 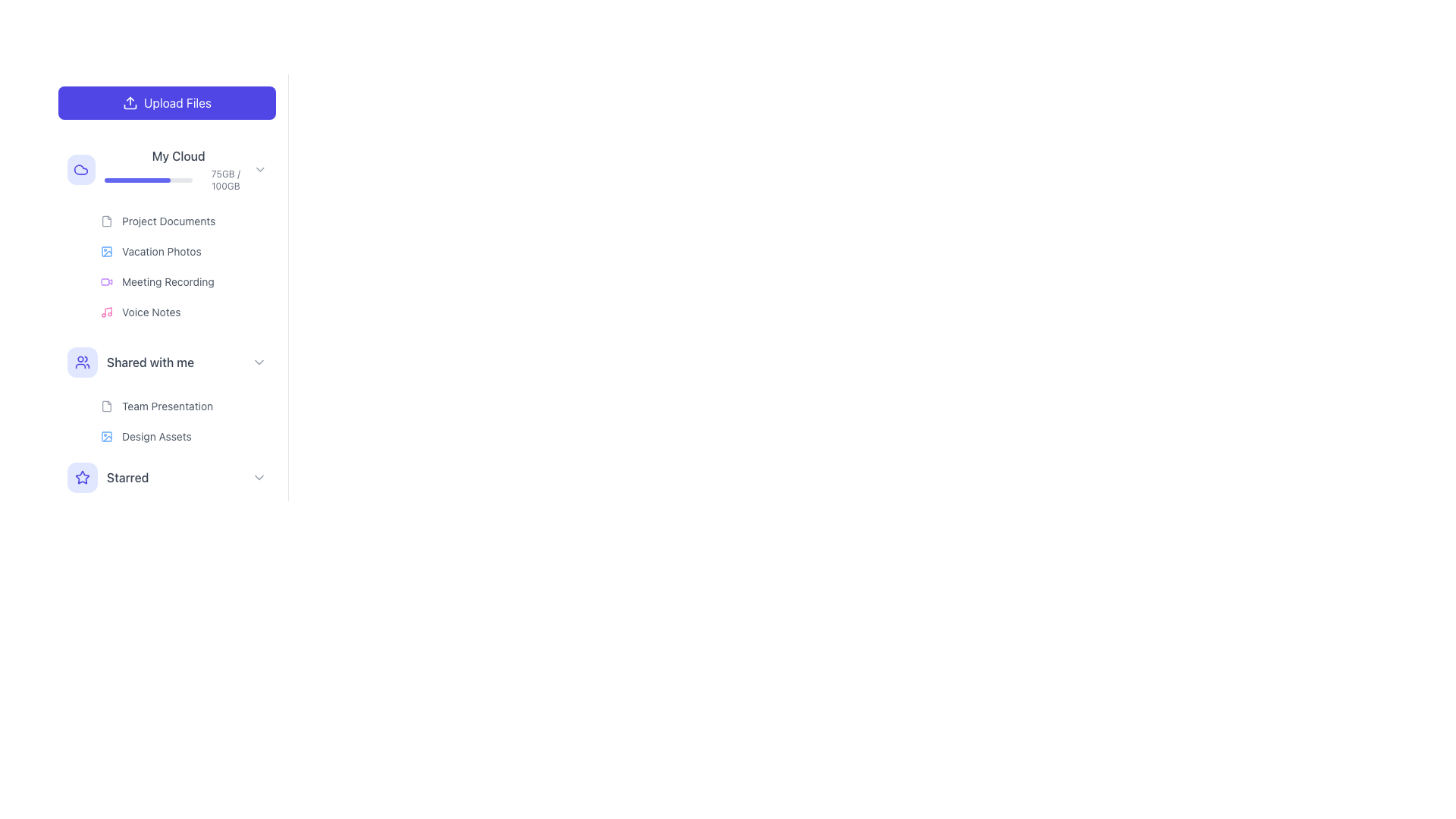 I want to click on the 'Vacation Photos' text label in the vertical navigation menu under the 'My Cloud' section, so click(x=162, y=250).